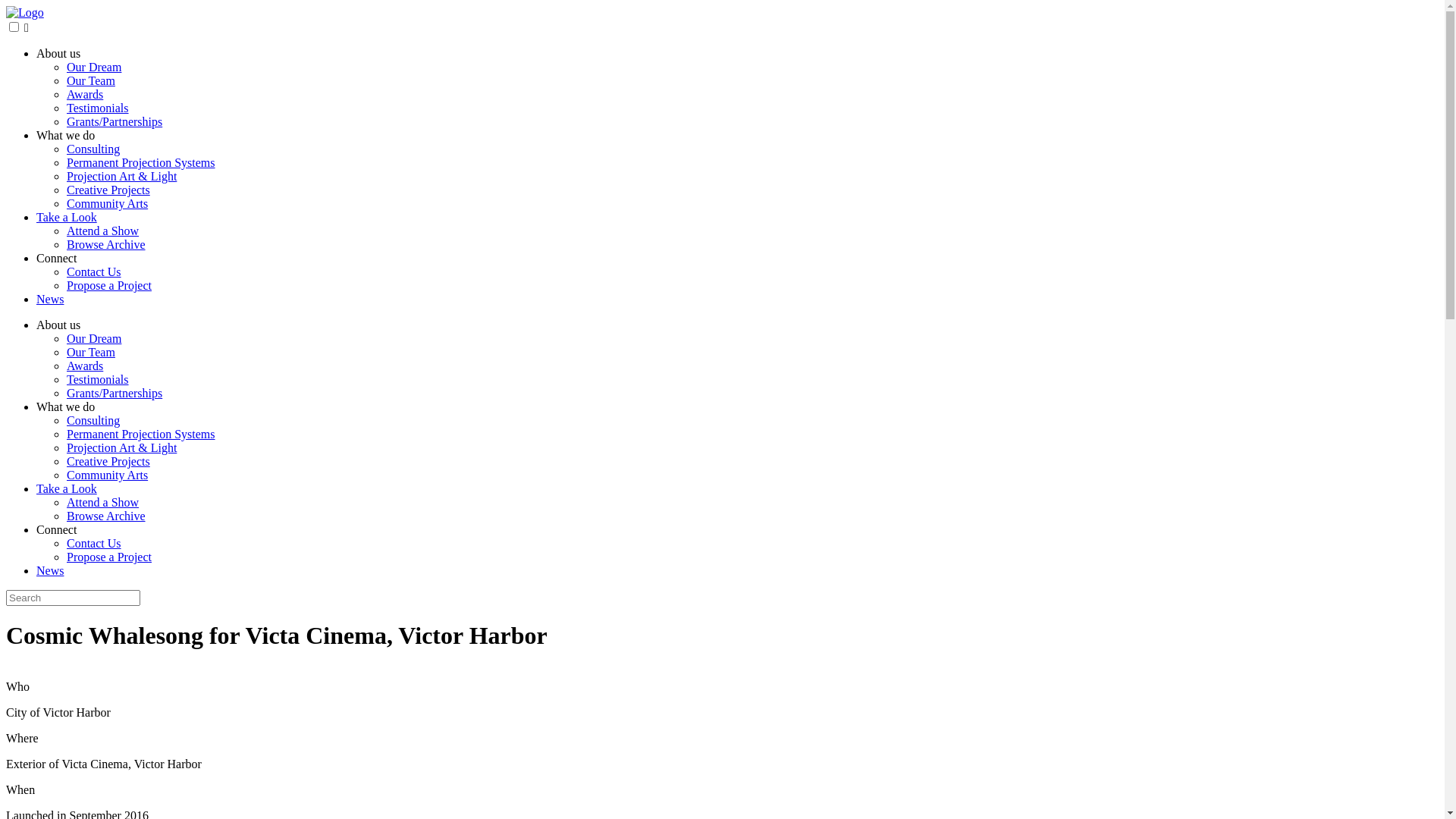  What do you see at coordinates (93, 542) in the screenshot?
I see `'Contact Us'` at bounding box center [93, 542].